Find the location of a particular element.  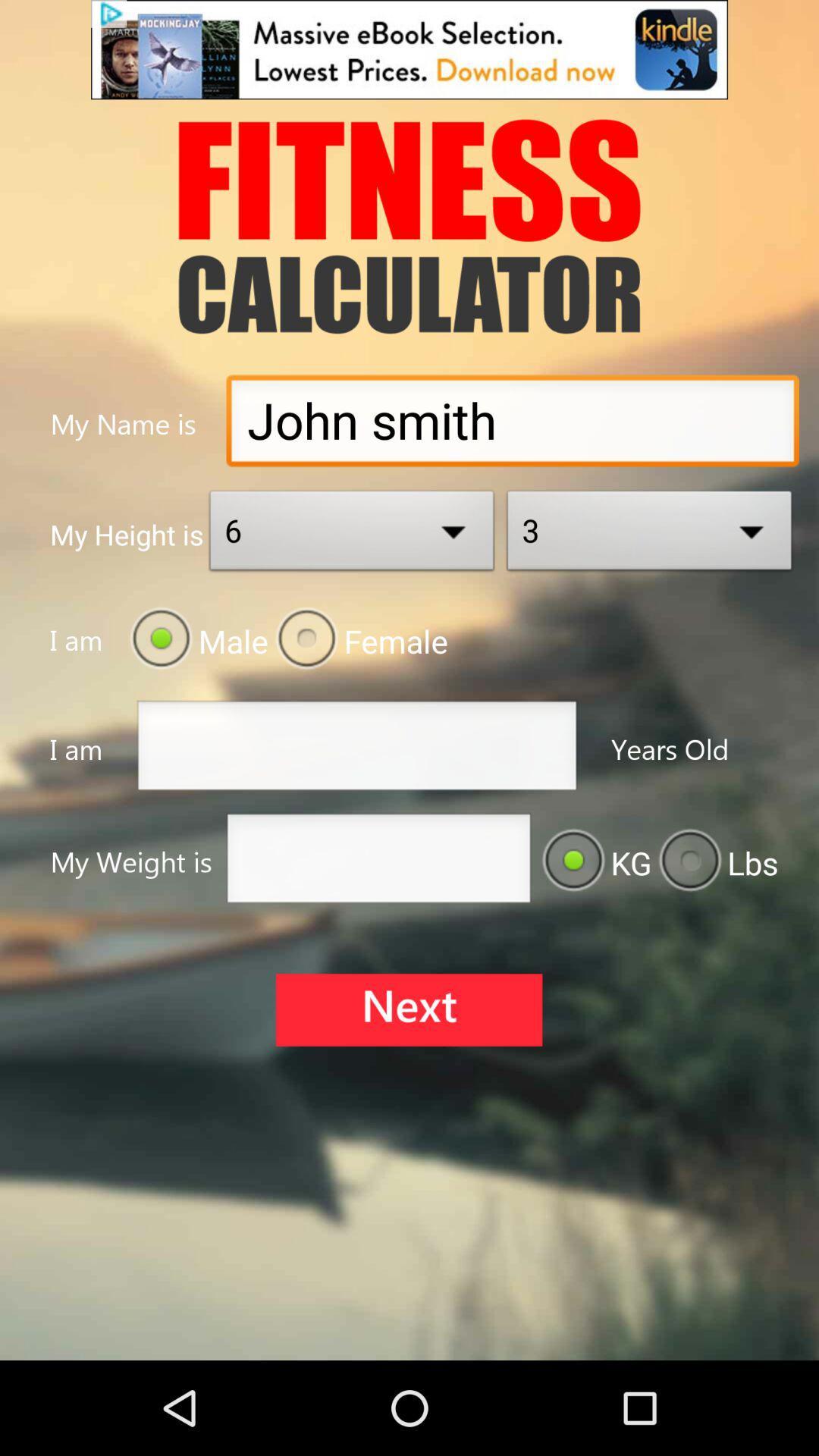

your age is located at coordinates (356, 750).